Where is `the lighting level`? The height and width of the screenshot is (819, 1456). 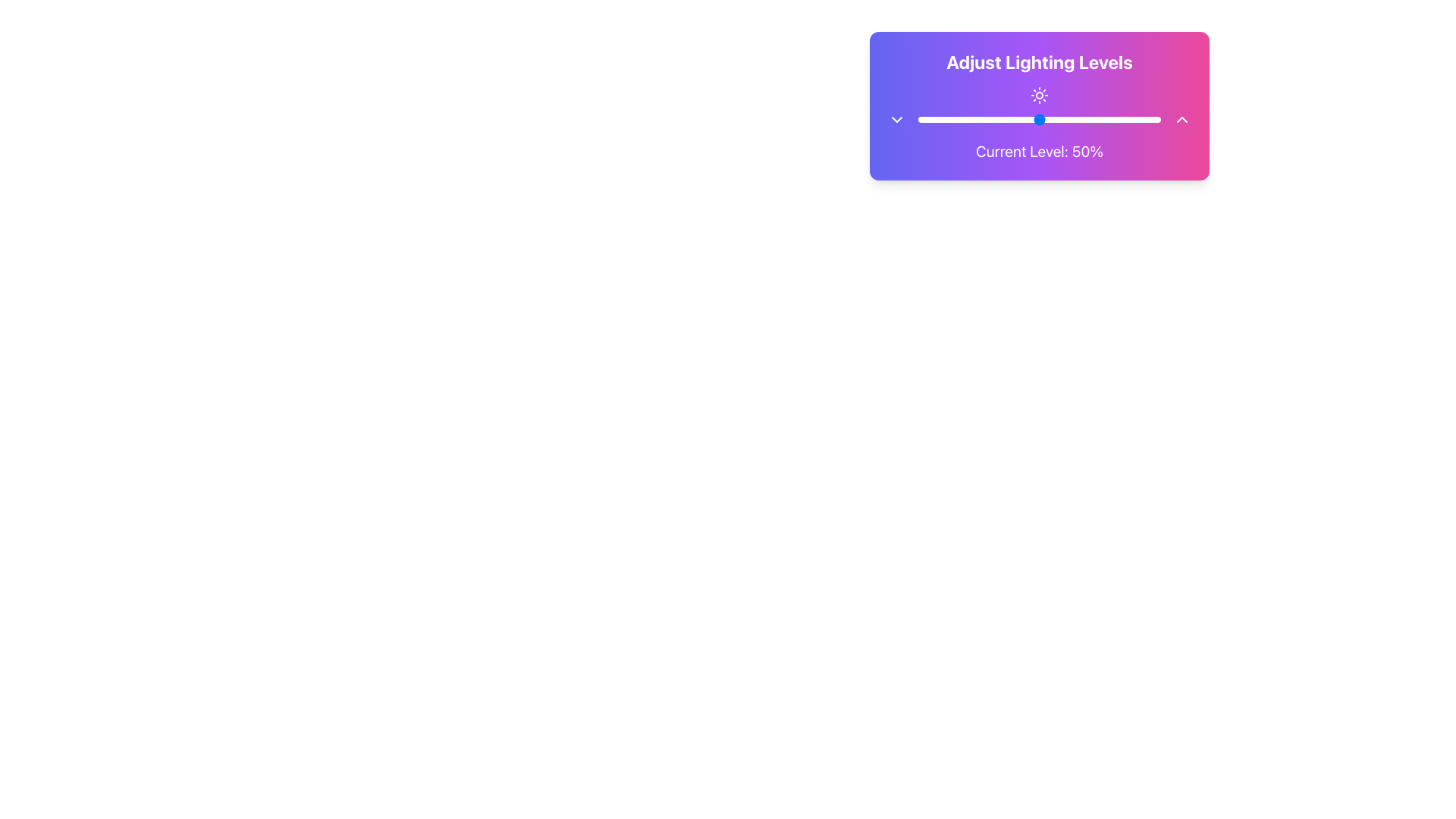 the lighting level is located at coordinates (1082, 119).